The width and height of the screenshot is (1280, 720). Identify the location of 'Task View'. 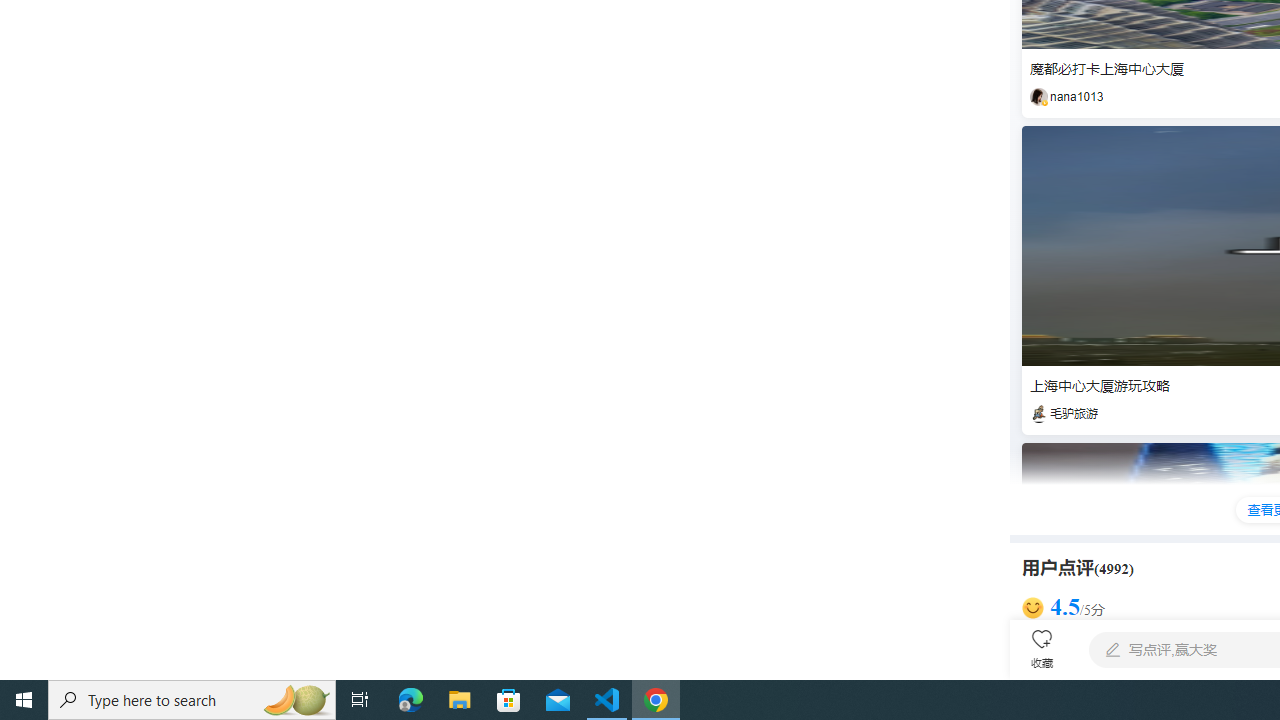
(359, 698).